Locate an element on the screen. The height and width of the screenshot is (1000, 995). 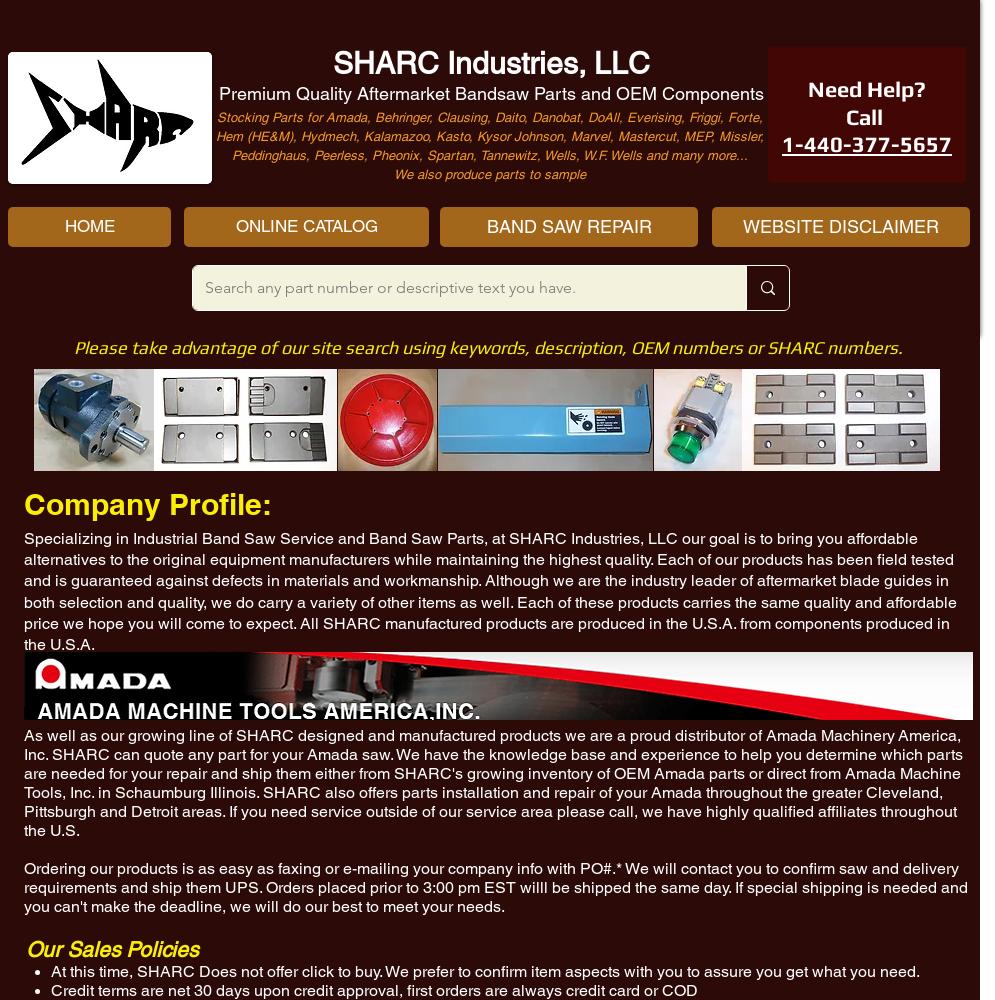
'1-440-377-5657' is located at coordinates (867, 144).